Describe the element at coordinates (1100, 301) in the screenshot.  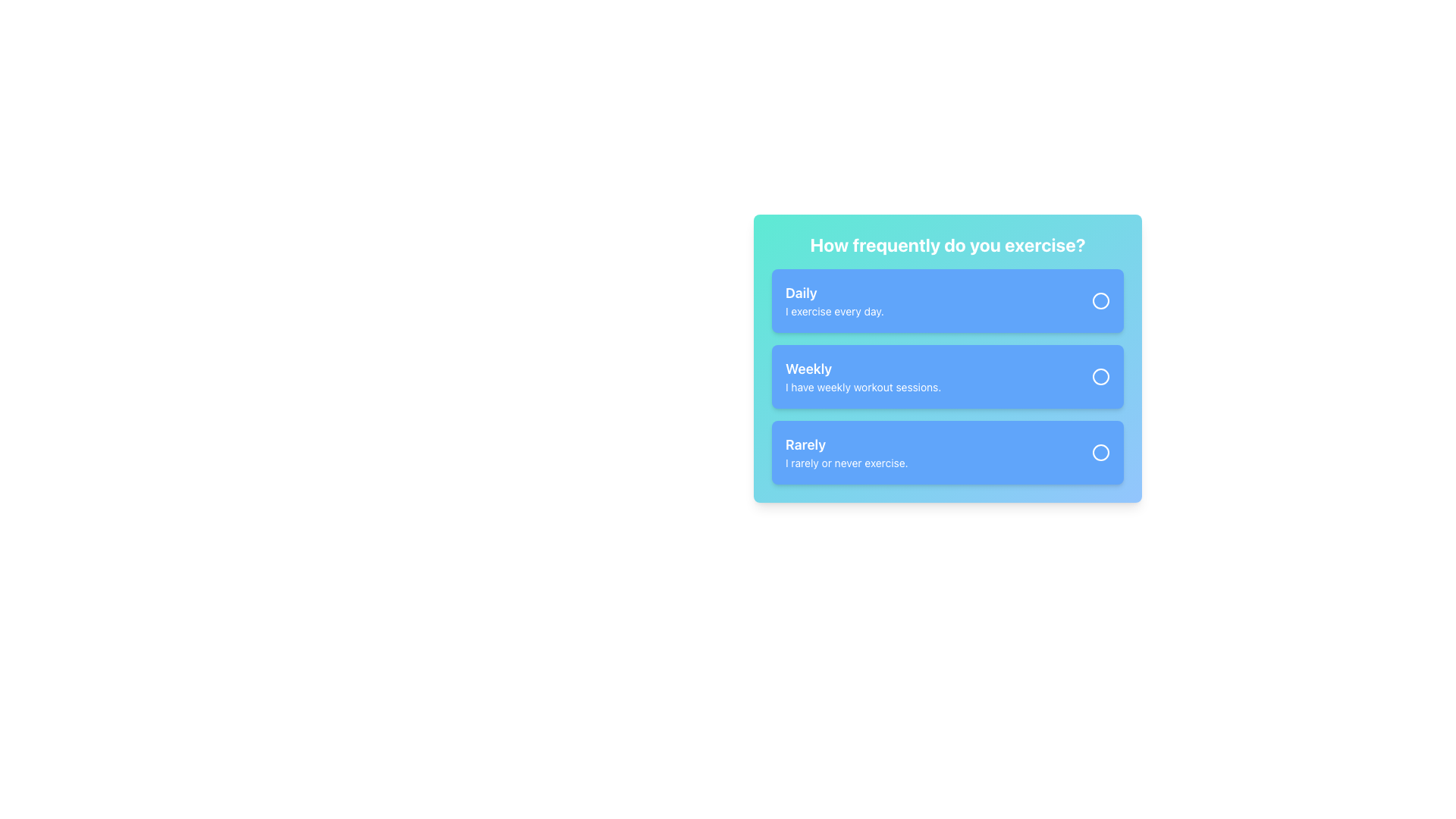
I see `SVG circle element that represents the 'Daily' option in the radio button control` at that location.